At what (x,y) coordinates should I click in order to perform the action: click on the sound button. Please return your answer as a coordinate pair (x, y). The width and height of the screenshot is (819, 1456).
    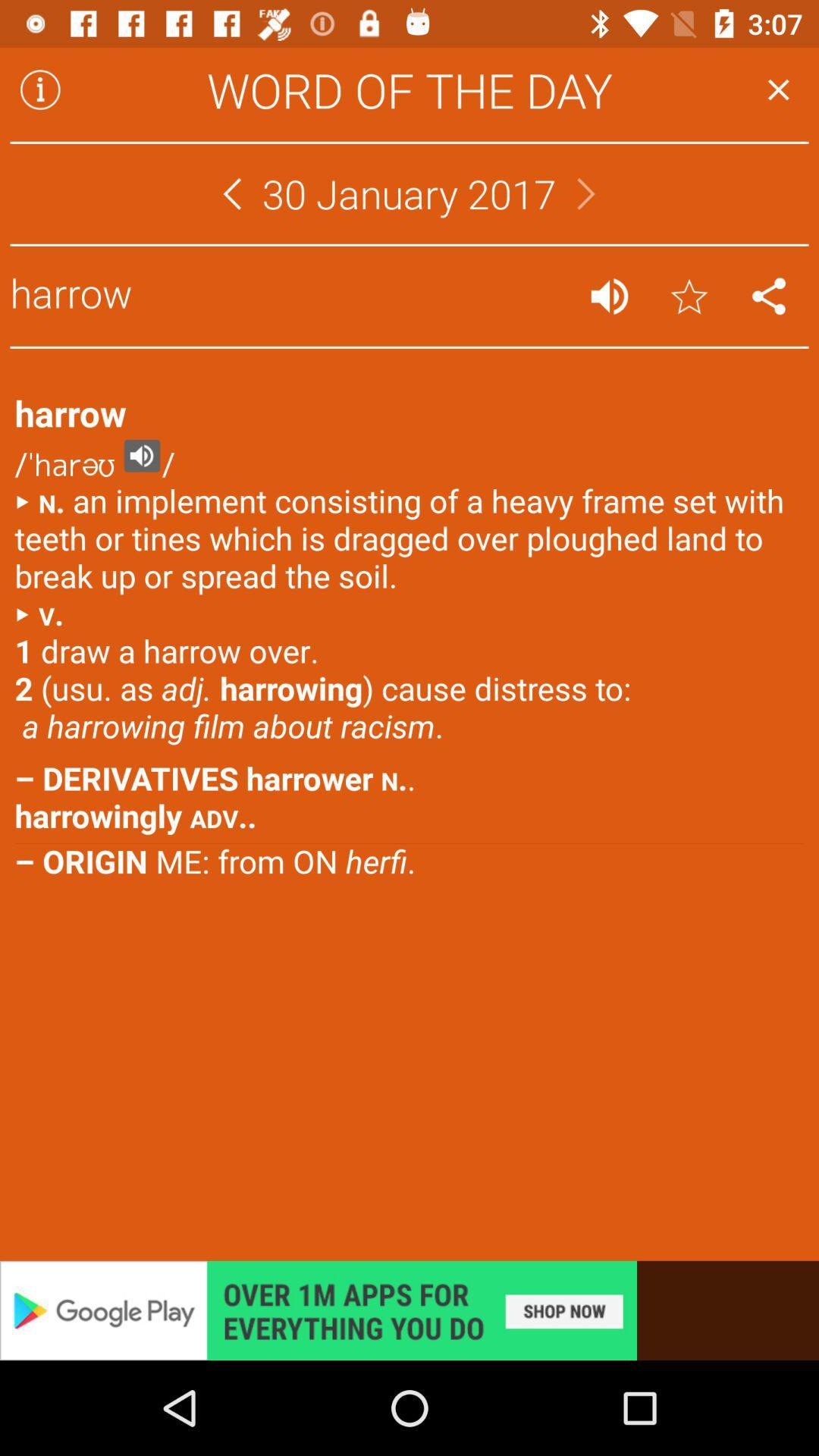
    Looking at the image, I should click on (608, 296).